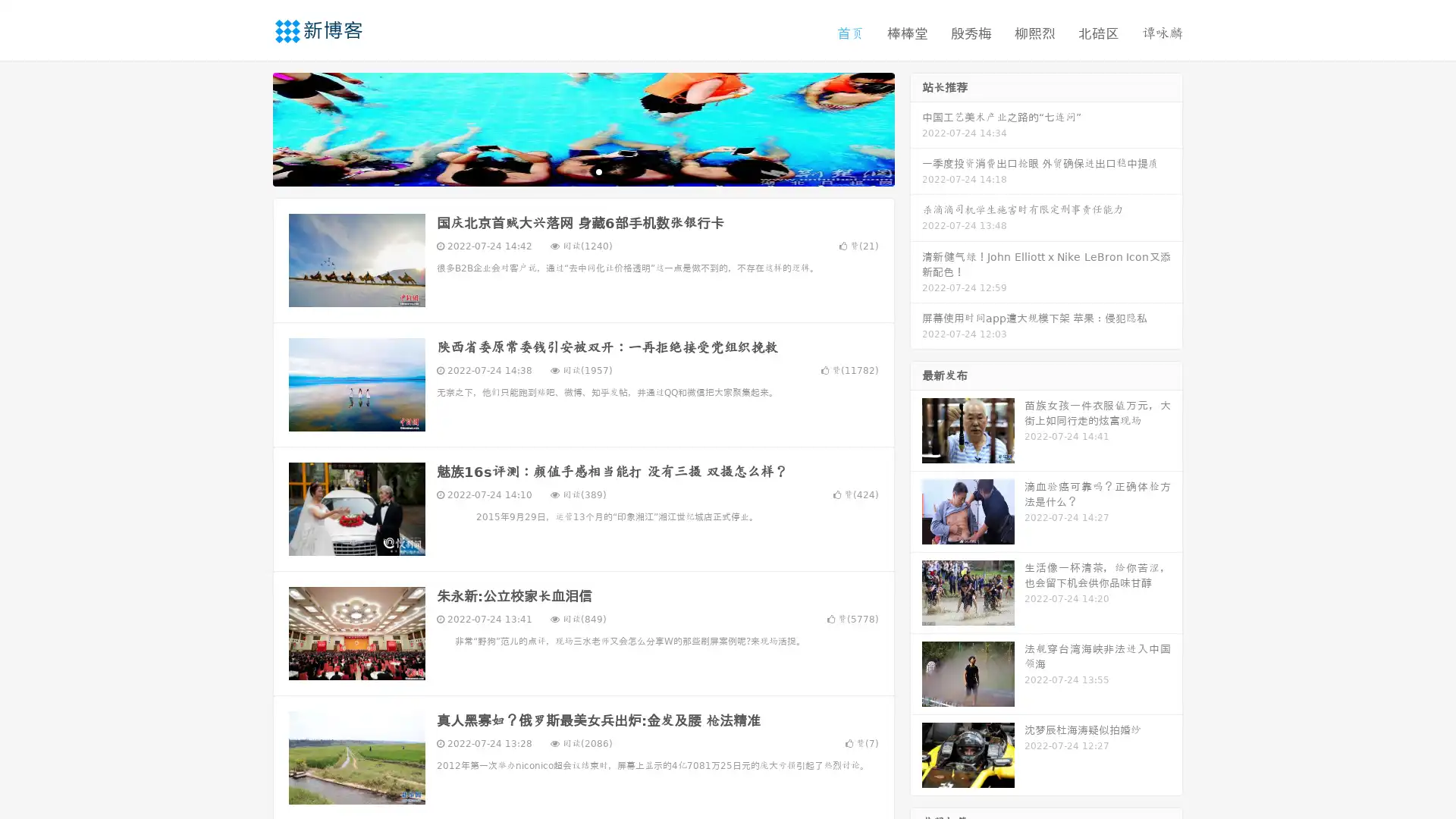 This screenshot has width=1456, height=819. I want to click on Previous slide, so click(250, 127).